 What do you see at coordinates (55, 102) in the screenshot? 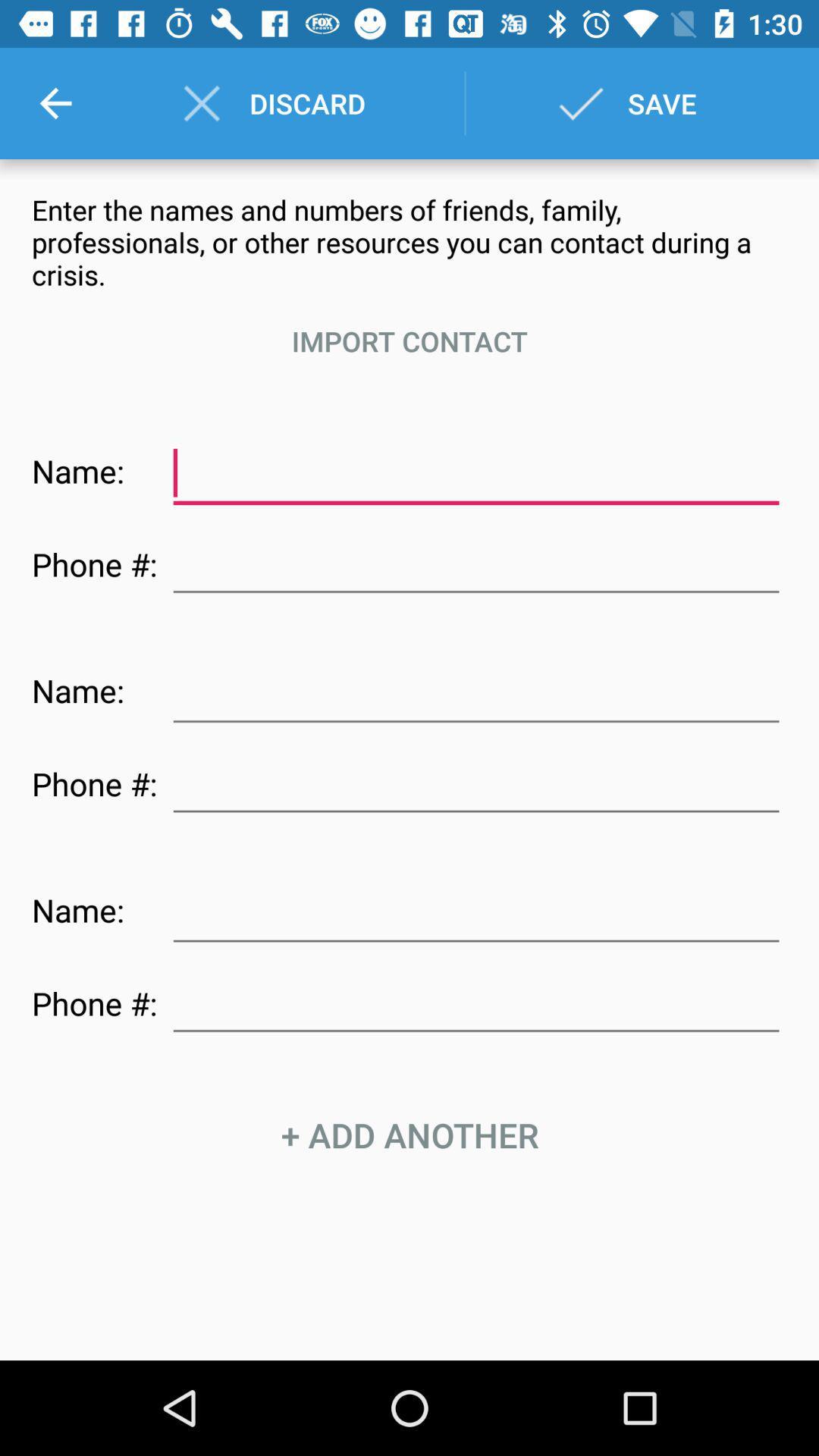
I see `the app above the enter the names item` at bounding box center [55, 102].